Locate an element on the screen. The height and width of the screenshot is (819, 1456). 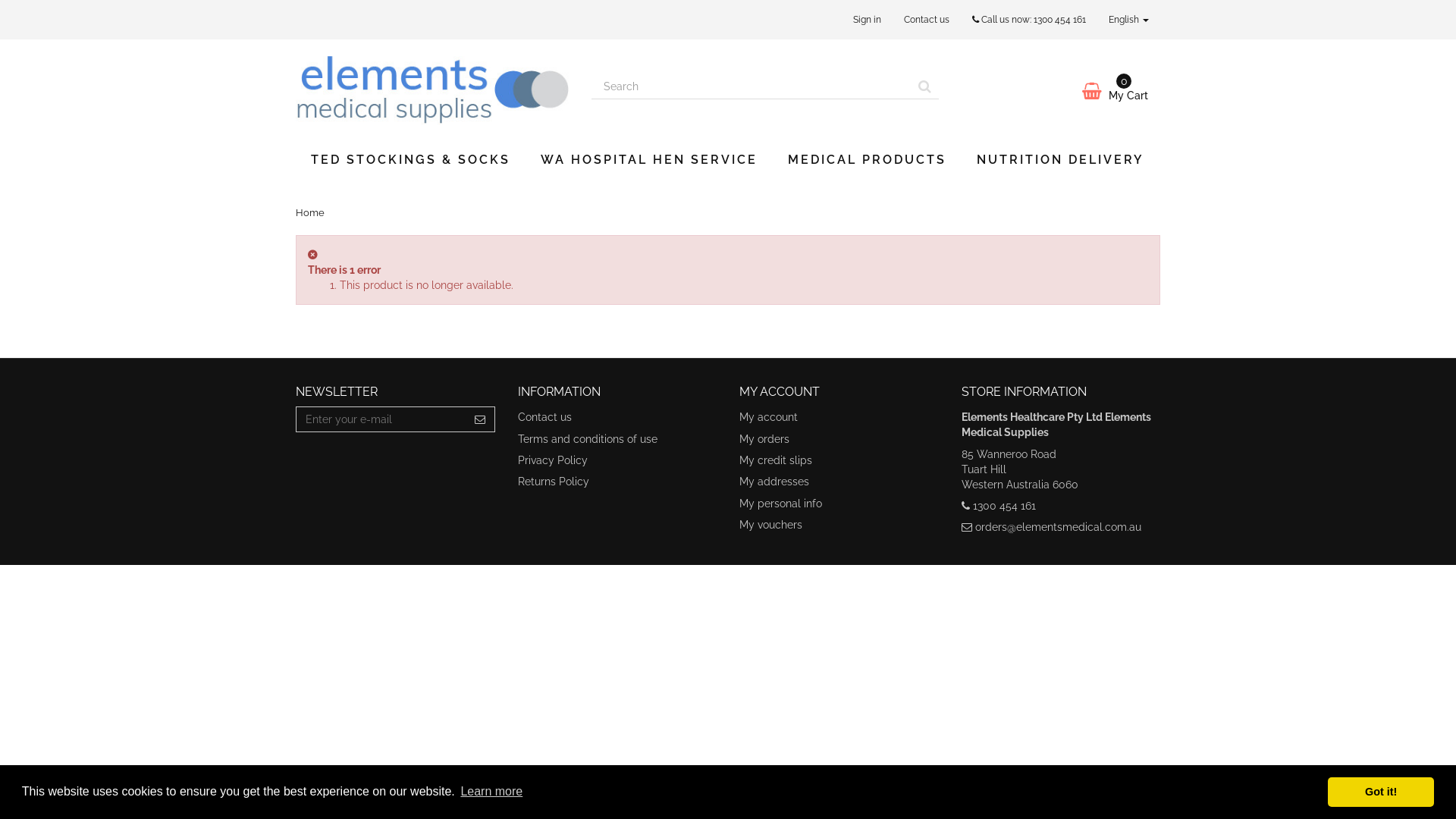
'Elements Medical Supplies' is located at coordinates (431, 87).